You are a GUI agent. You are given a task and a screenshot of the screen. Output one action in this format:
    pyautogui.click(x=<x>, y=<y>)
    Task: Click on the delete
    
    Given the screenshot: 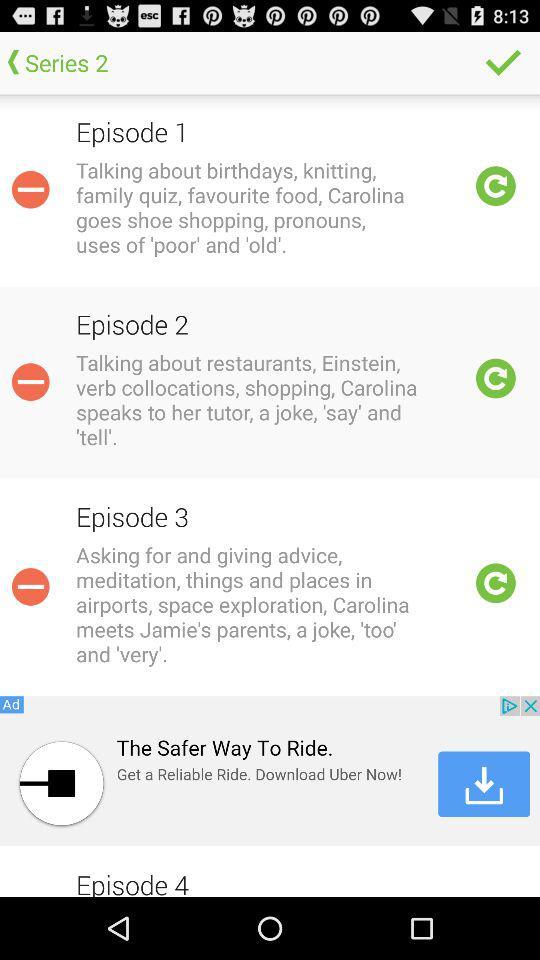 What is the action you would take?
    pyautogui.click(x=29, y=586)
    